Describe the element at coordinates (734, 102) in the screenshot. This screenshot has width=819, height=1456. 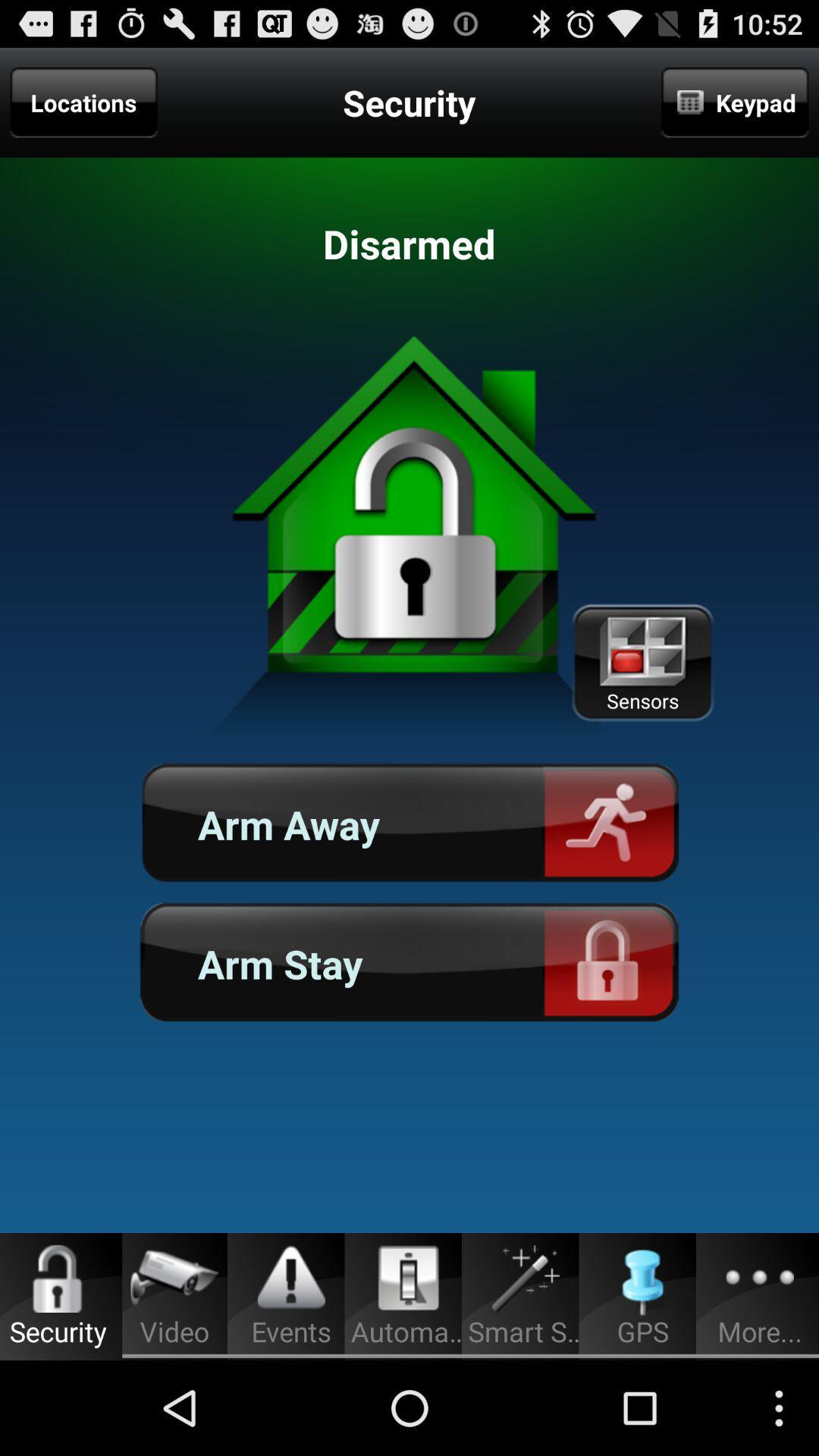
I see `item next to the security` at that location.